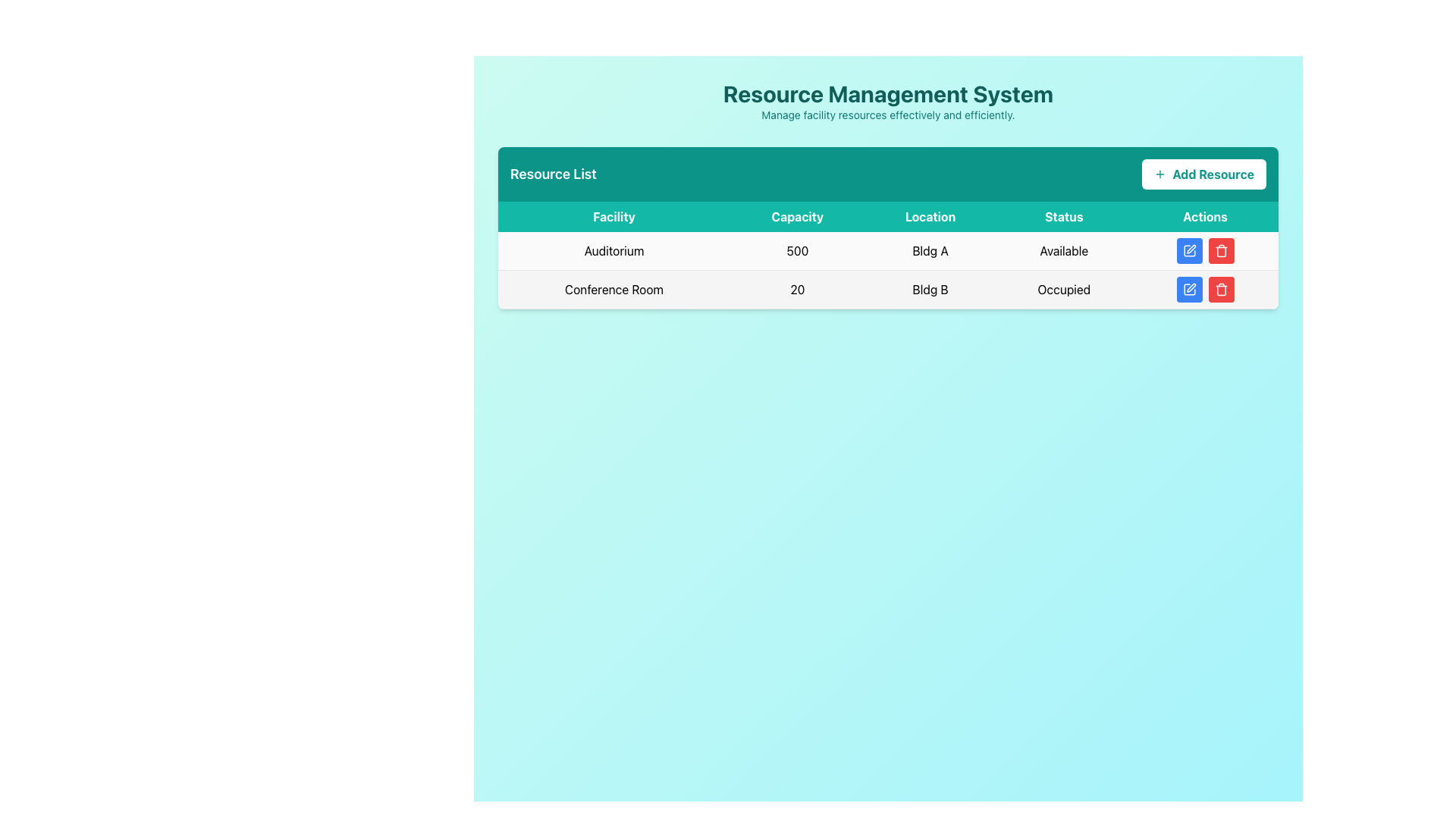  What do you see at coordinates (1188, 250) in the screenshot?
I see `the 'Edit' button located in the 'Actions' column of the second row in the resource management table to trigger hover effects` at bounding box center [1188, 250].